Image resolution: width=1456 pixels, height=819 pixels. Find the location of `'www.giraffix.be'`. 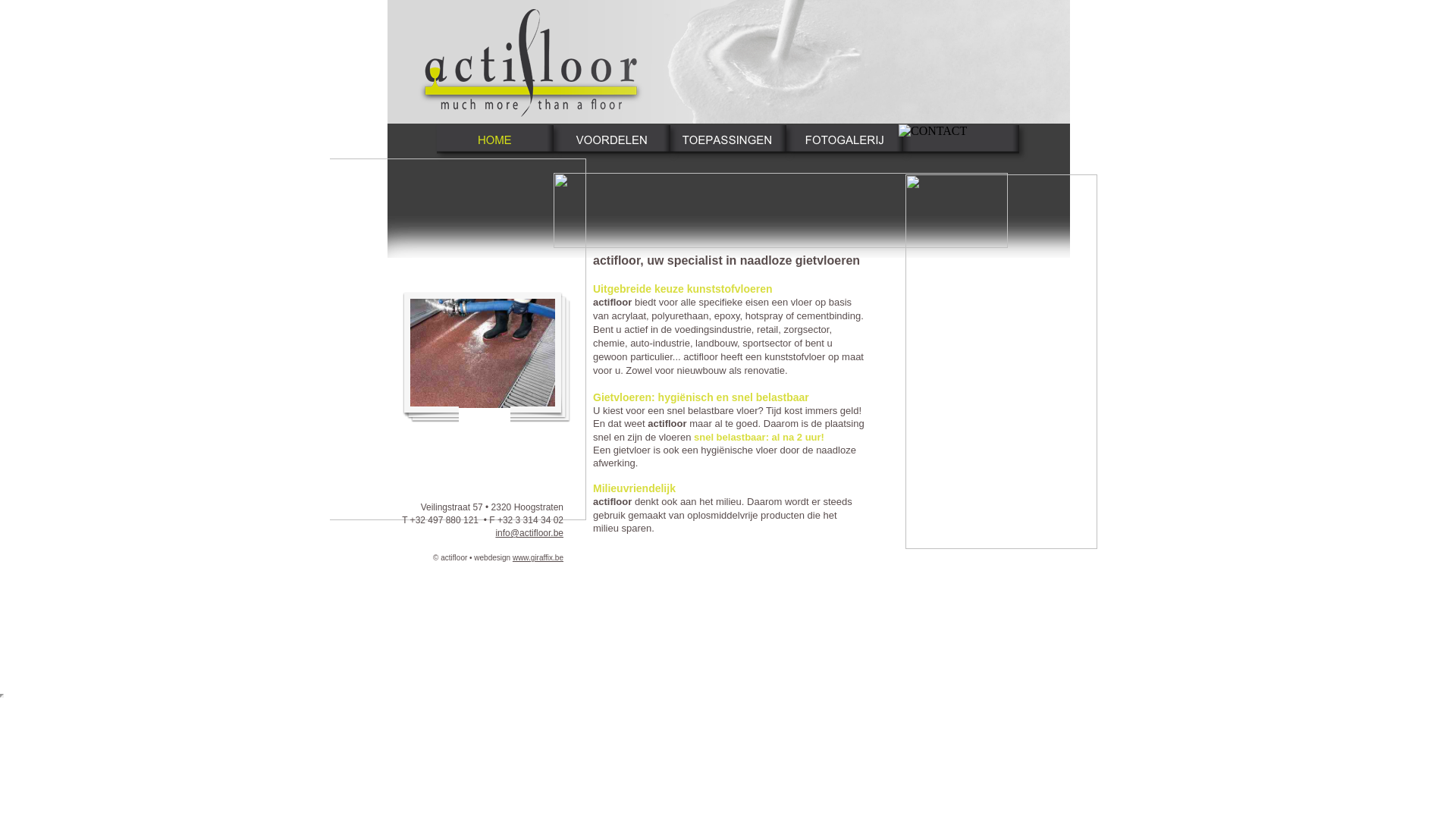

'www.giraffix.be' is located at coordinates (538, 557).